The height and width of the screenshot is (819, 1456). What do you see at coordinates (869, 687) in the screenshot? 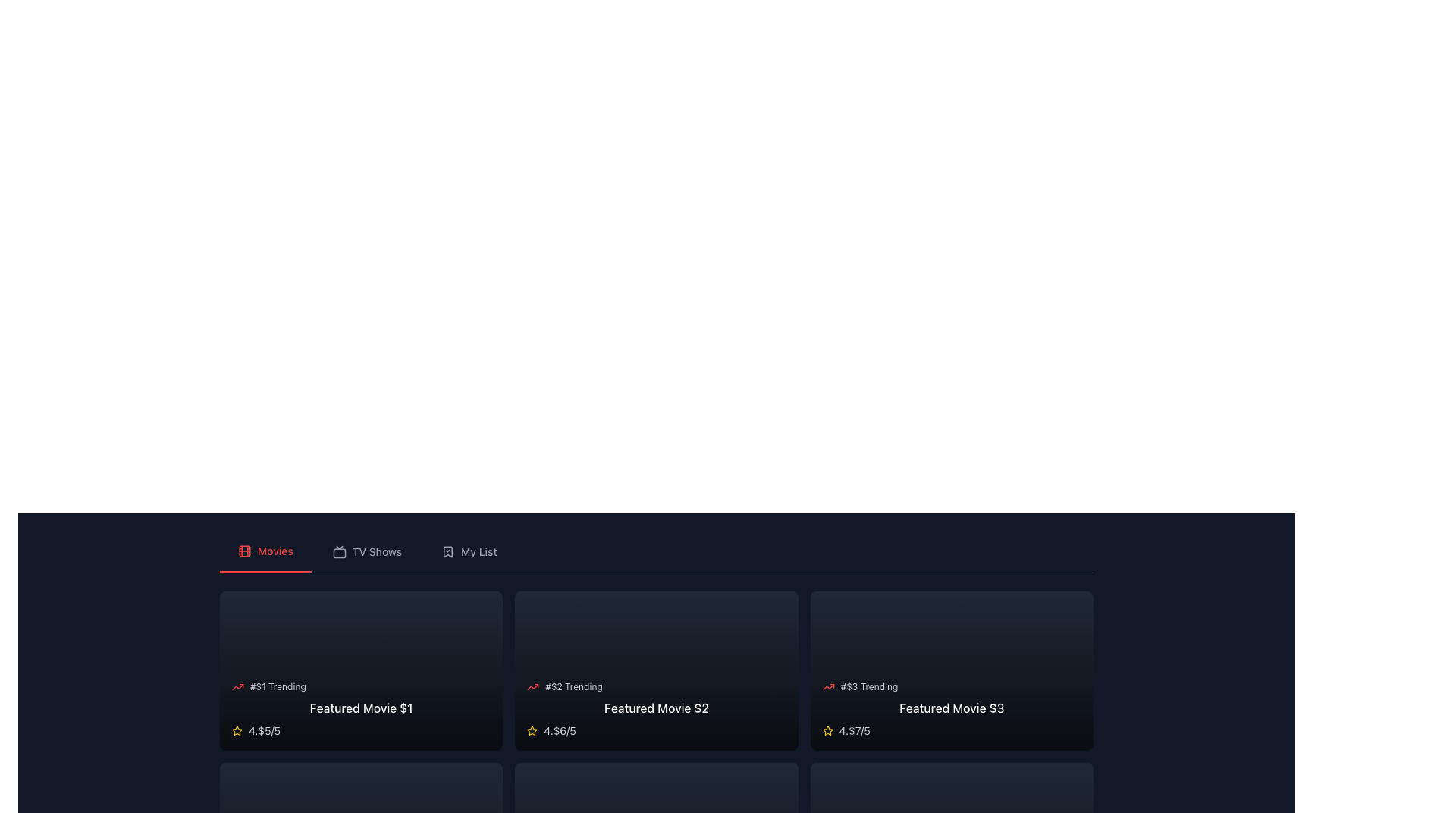
I see `the text label displaying '#$3 Trending', which is styled in gray and located next to a red trending icon within the card for 'Featured Movie $3'` at bounding box center [869, 687].